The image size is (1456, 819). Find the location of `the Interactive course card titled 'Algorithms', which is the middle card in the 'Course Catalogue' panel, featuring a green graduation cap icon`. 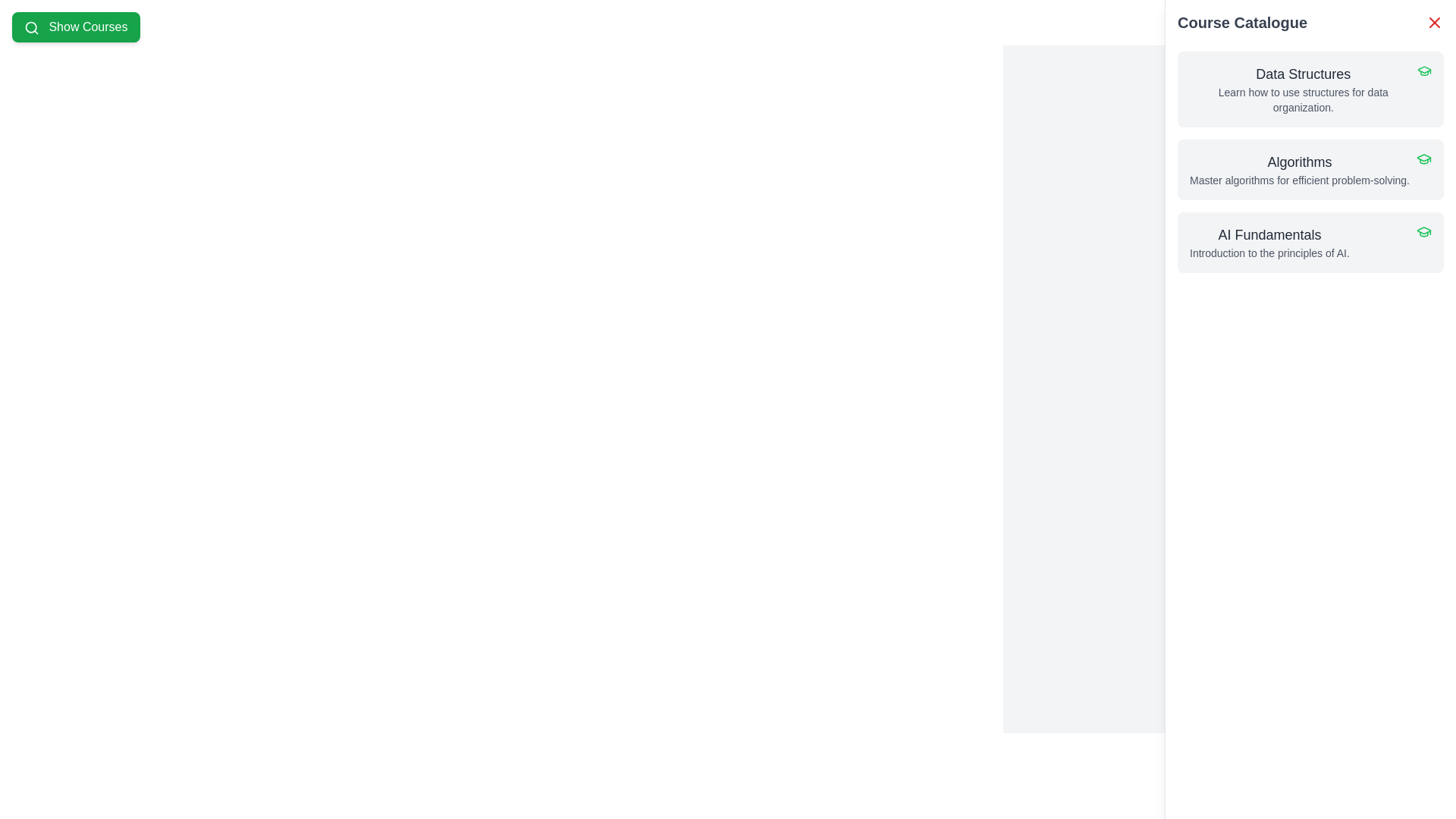

the Interactive course card titled 'Algorithms', which is the middle card in the 'Course Catalogue' panel, featuring a green graduation cap icon is located at coordinates (1310, 169).